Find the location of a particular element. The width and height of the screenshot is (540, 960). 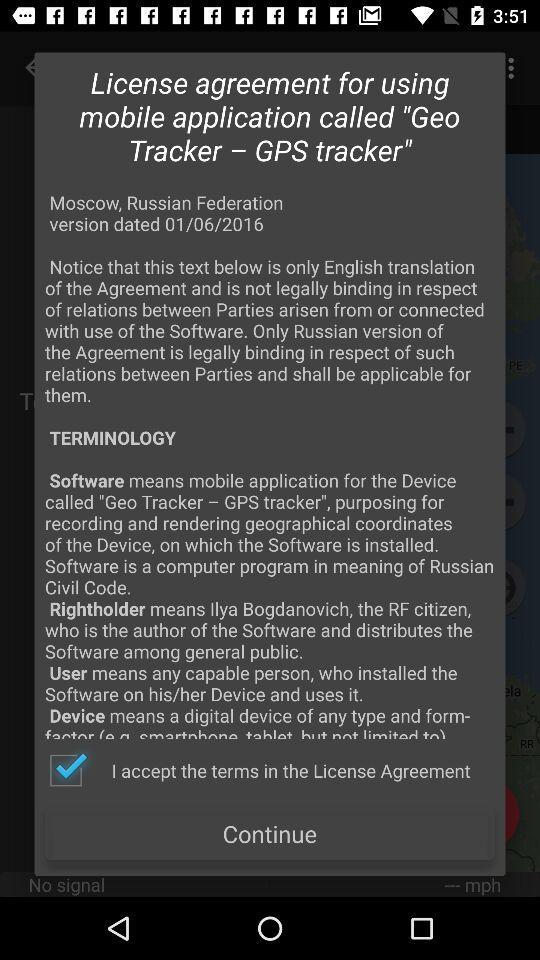

the icon below the license agreement for app is located at coordinates (270, 464).